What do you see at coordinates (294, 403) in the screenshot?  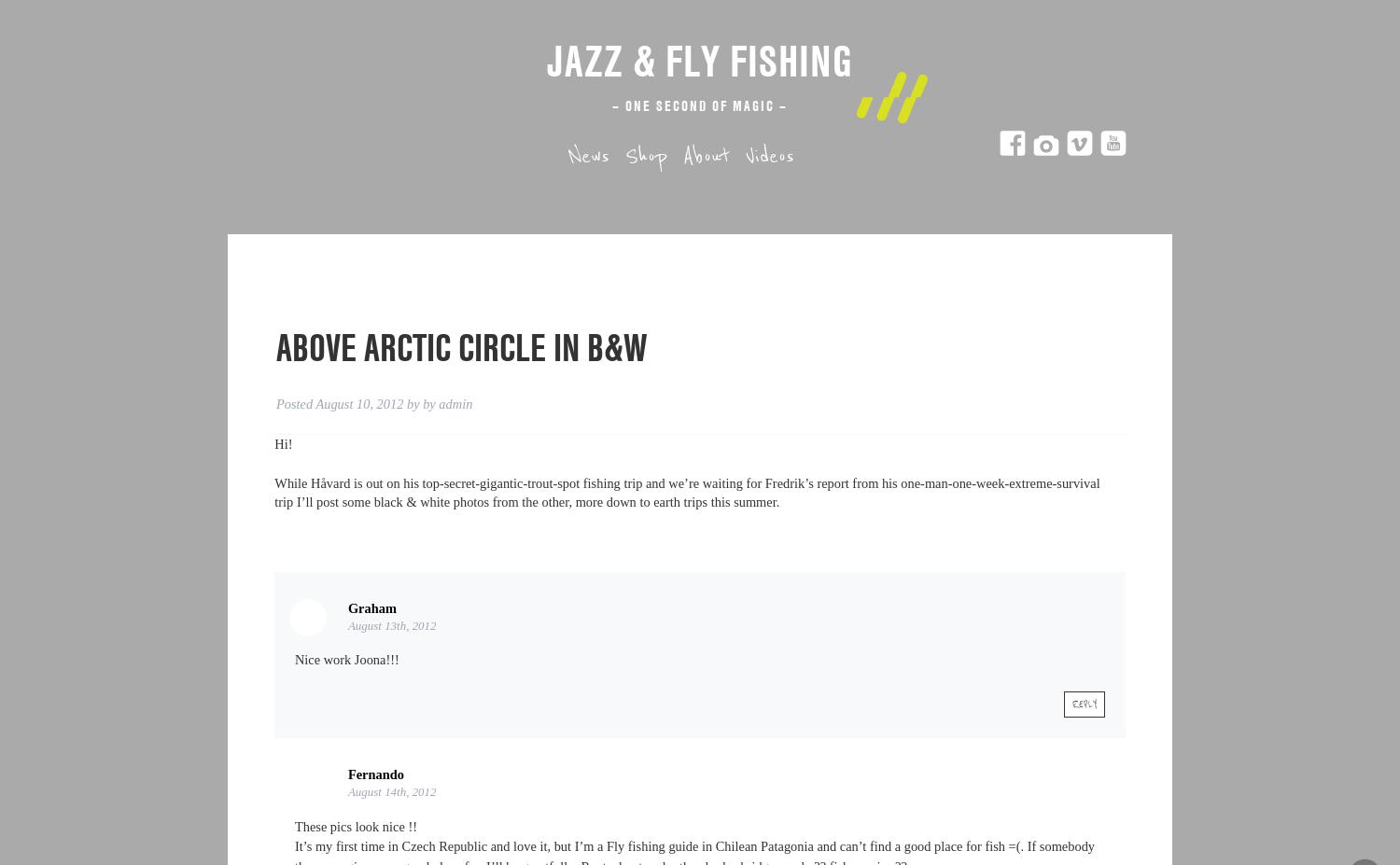 I see `'Posted'` at bounding box center [294, 403].